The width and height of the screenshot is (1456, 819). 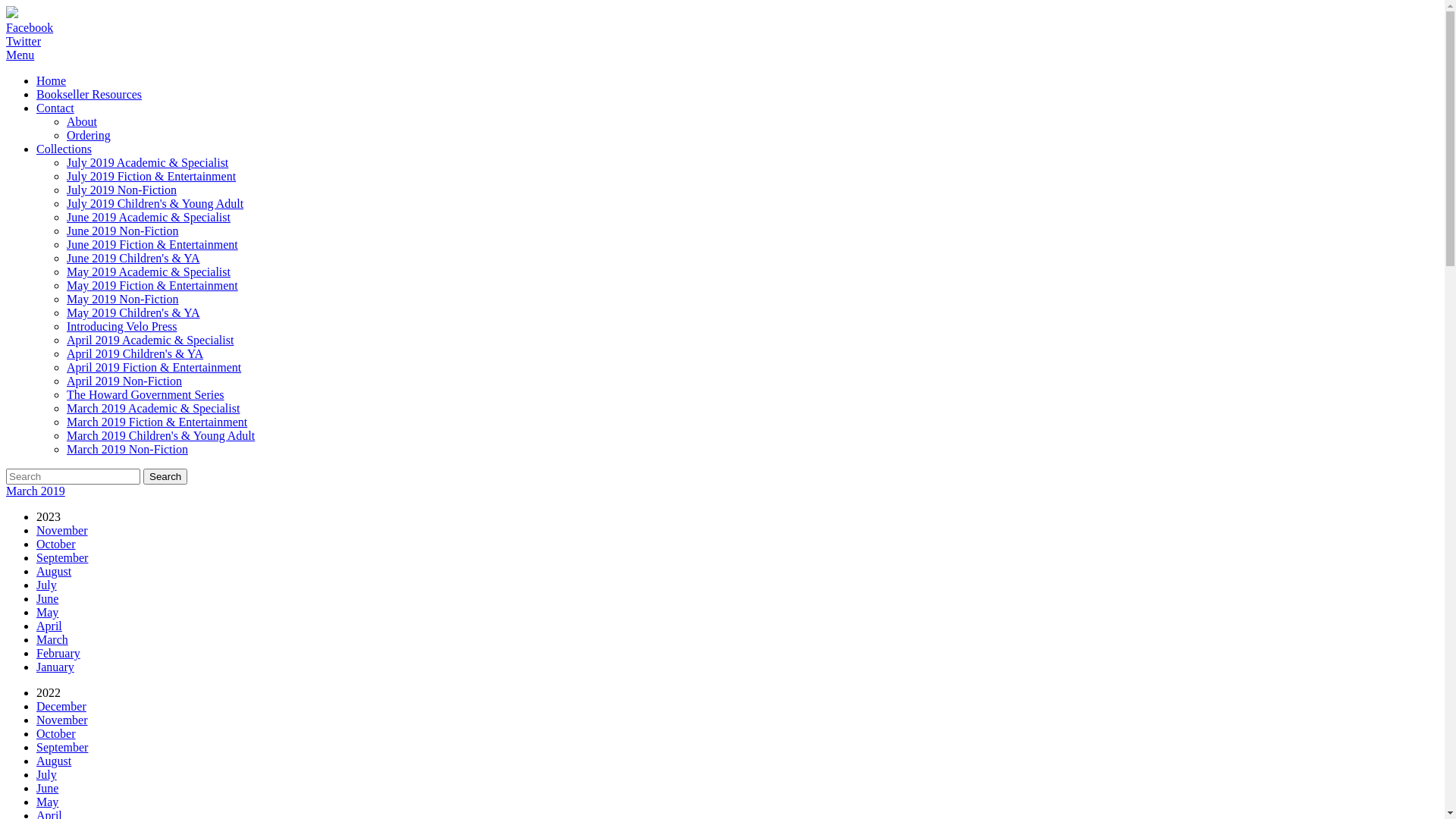 I want to click on 'March', so click(x=52, y=639).